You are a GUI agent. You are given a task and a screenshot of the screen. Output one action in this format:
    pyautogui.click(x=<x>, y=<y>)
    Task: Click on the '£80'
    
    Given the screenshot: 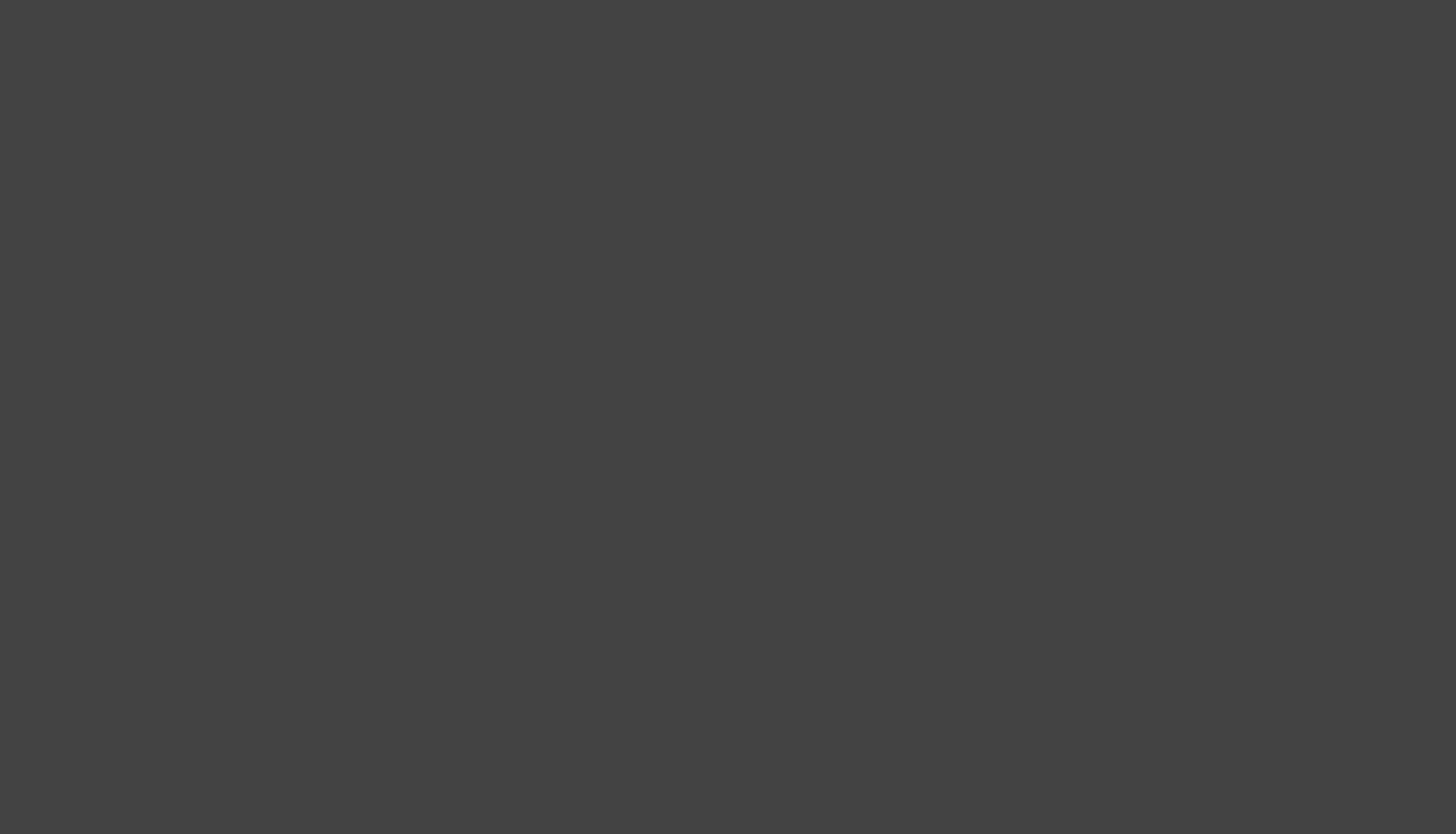 What is the action you would take?
    pyautogui.click(x=1128, y=575)
    